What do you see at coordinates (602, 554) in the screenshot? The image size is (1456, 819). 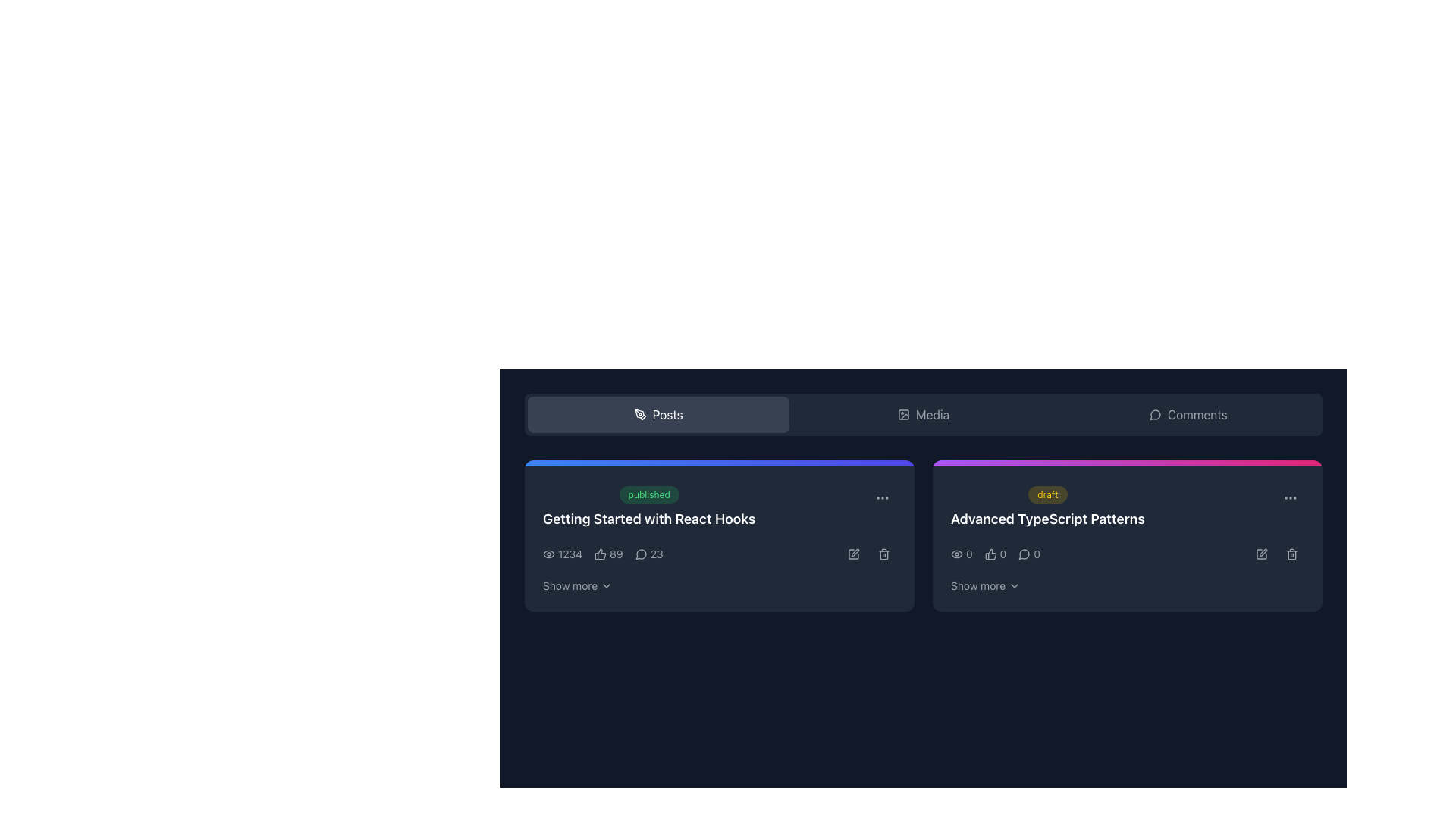 I see `the 'like' icon representing the approval metric for the content titled 'Getting Started with React Hooks' located in the lower section of the card` at bounding box center [602, 554].